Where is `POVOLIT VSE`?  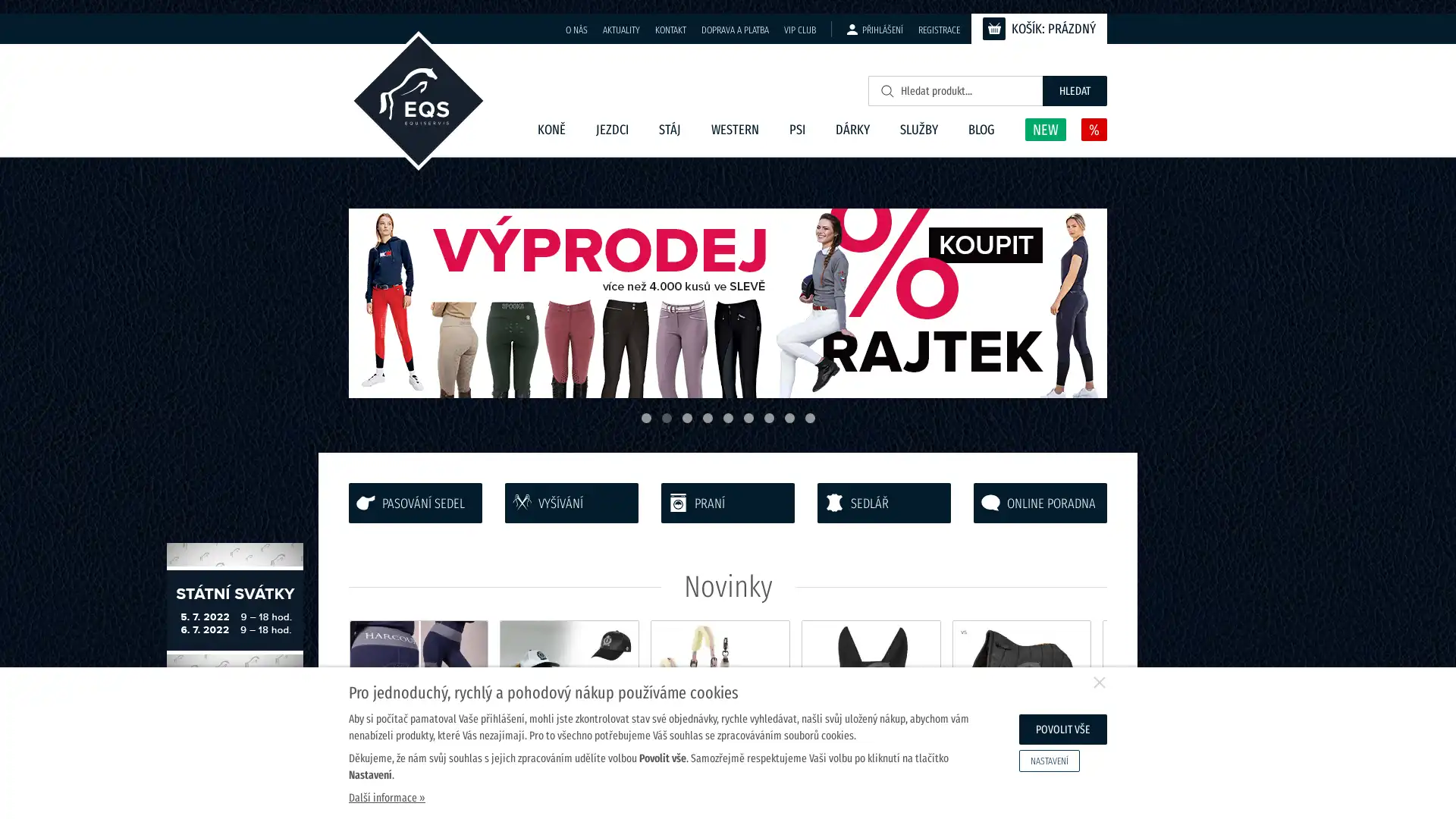
POVOLIT VSE is located at coordinates (1062, 727).